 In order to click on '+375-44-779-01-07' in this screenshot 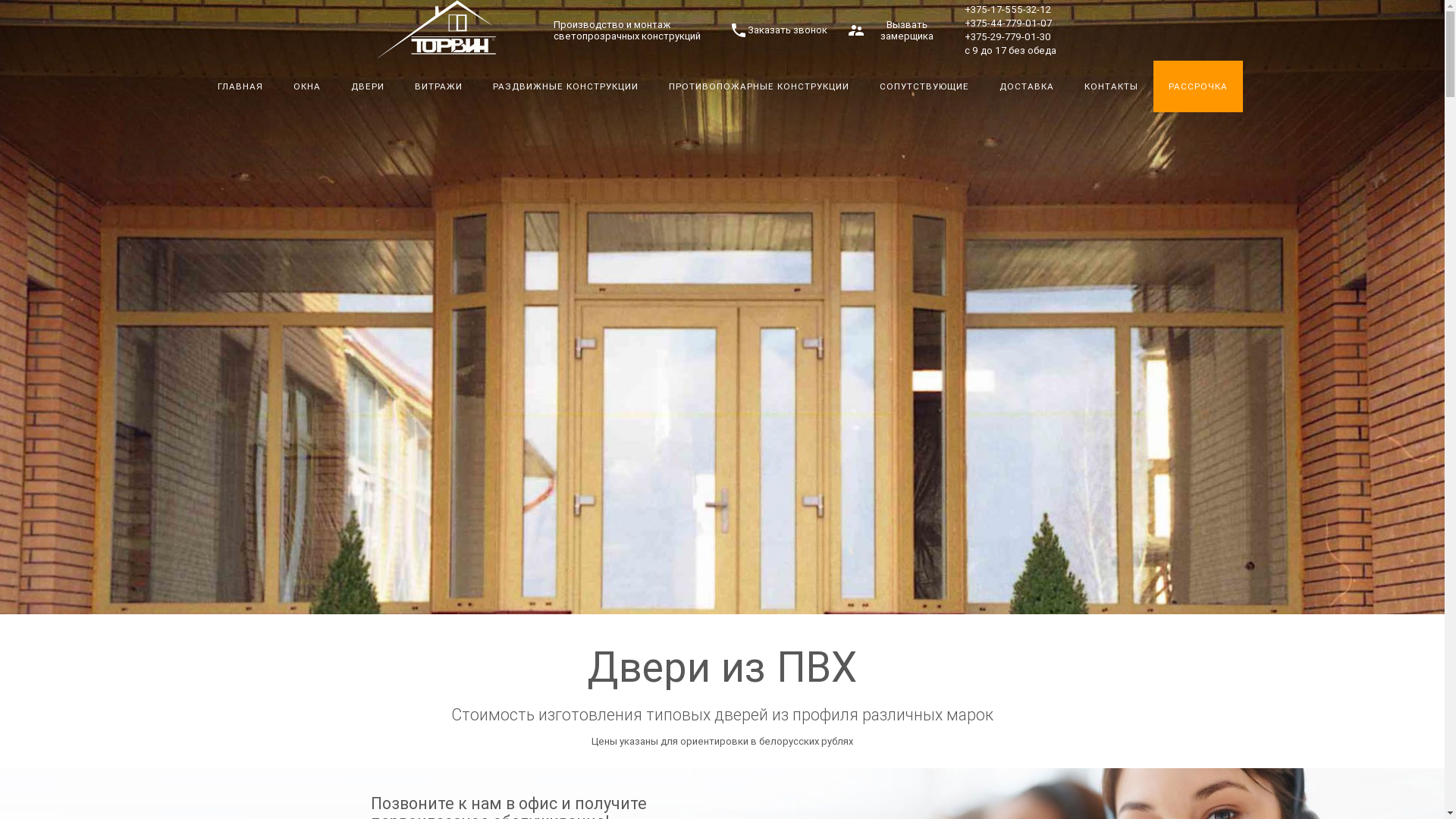, I will do `click(1008, 23)`.